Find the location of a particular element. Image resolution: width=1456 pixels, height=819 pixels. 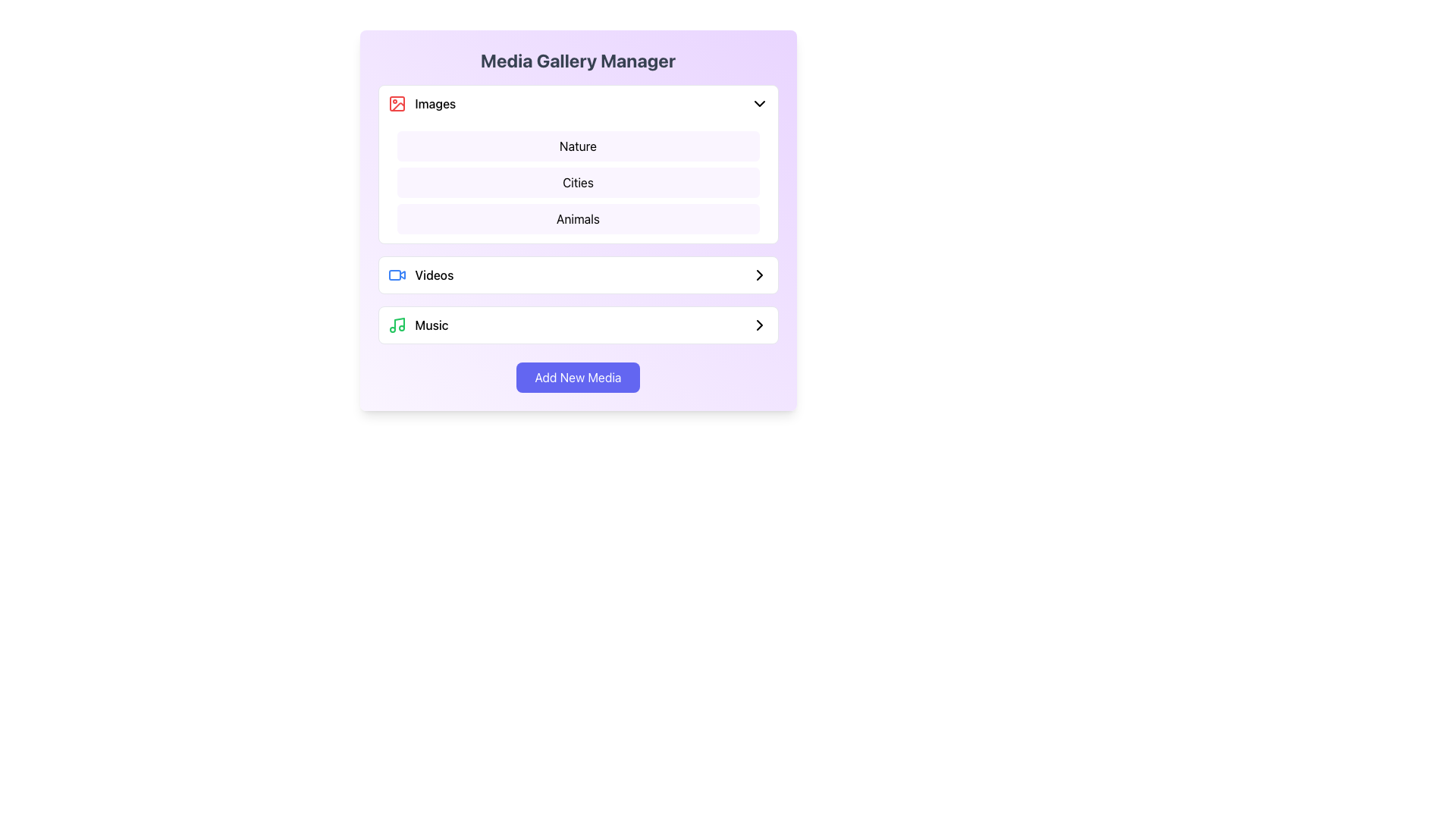

the 'Nature' button, which is the topmost button in the 'Images' section, distinguished by its light purple background and black text is located at coordinates (577, 146).